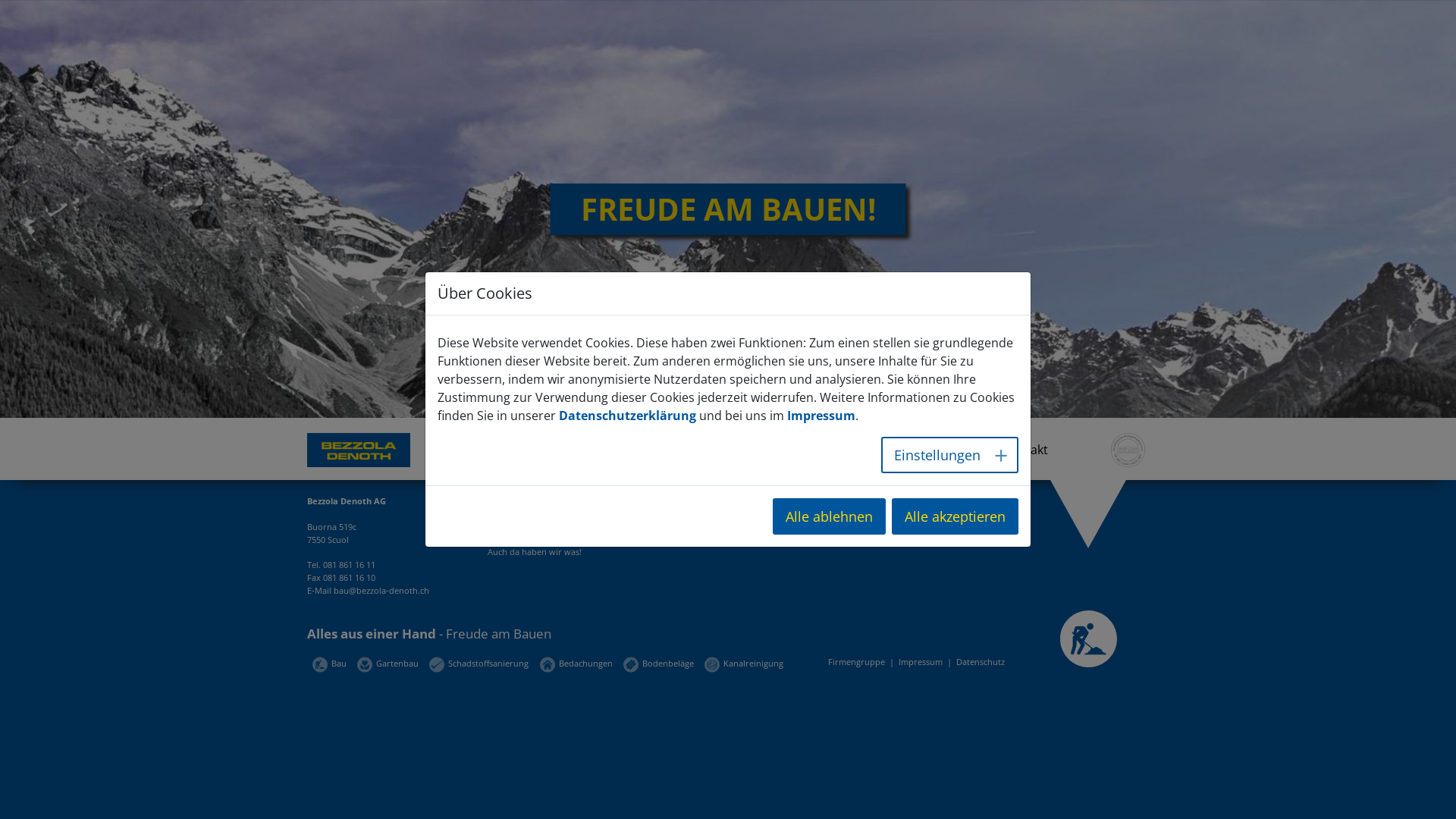 The height and width of the screenshot is (819, 1456). What do you see at coordinates (704, 662) in the screenshot?
I see `'Kanalreinigung'` at bounding box center [704, 662].